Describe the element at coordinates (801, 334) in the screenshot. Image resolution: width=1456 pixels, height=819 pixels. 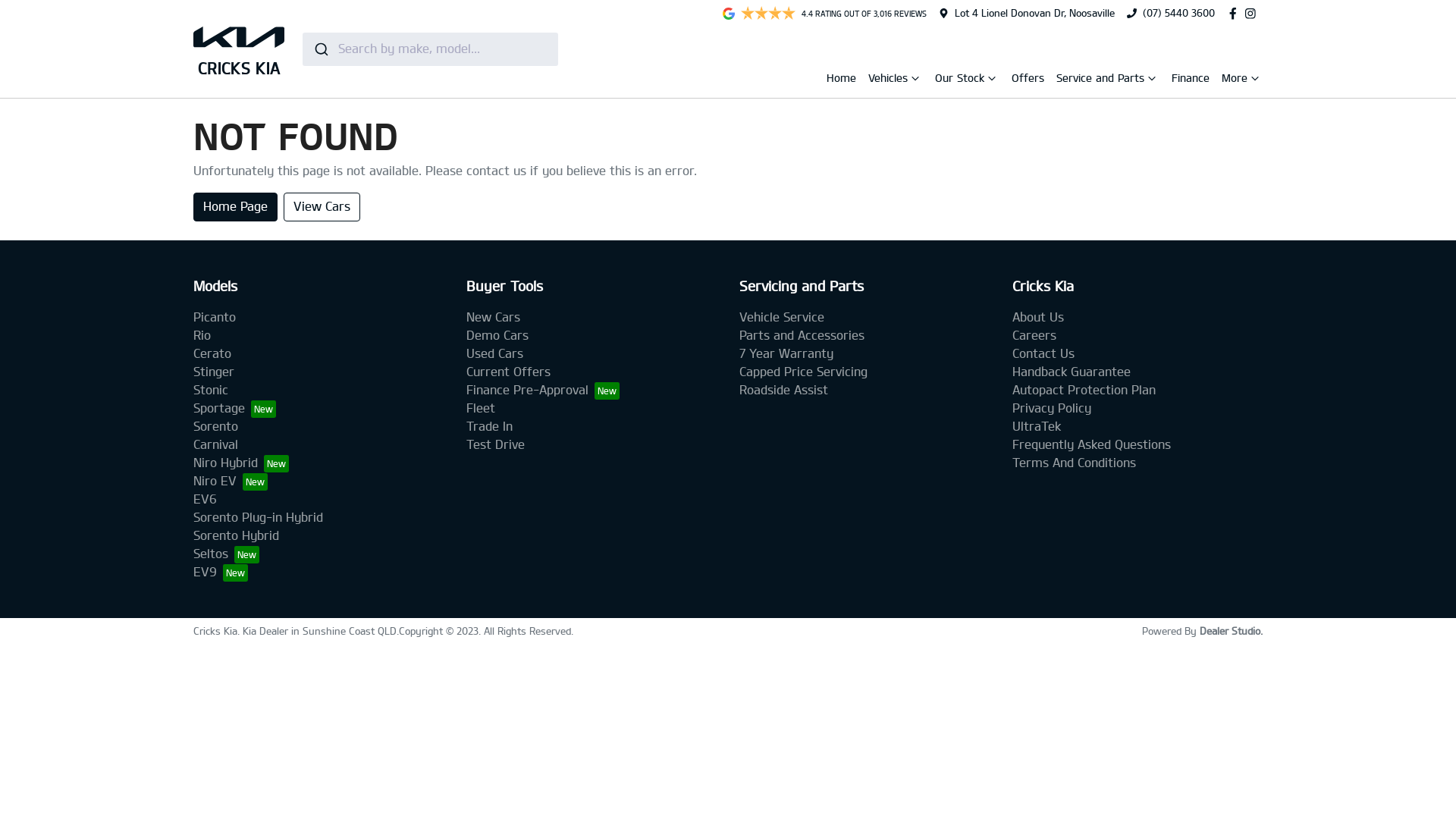
I see `'Parts and Accessories'` at that location.